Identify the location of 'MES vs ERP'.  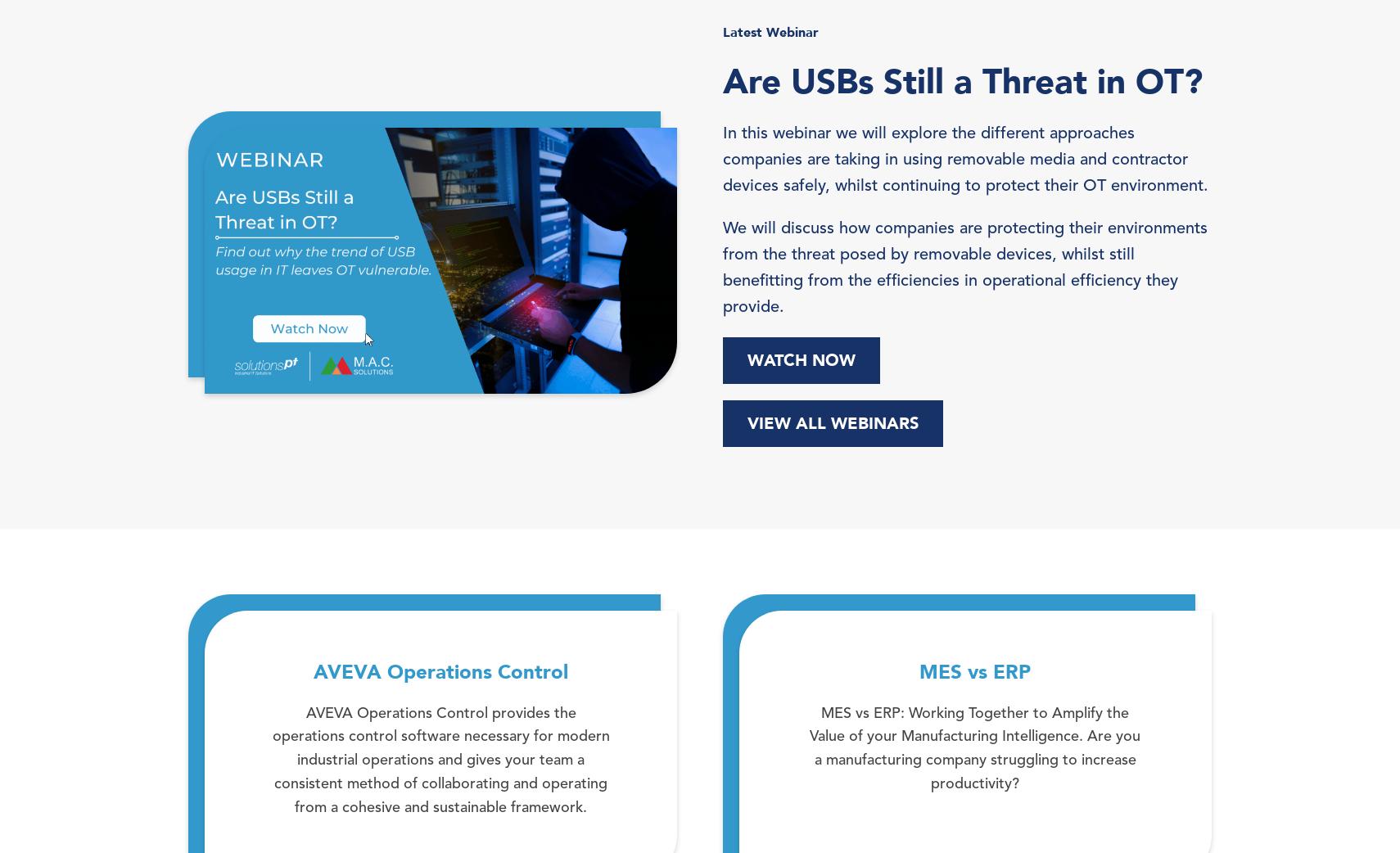
(918, 672).